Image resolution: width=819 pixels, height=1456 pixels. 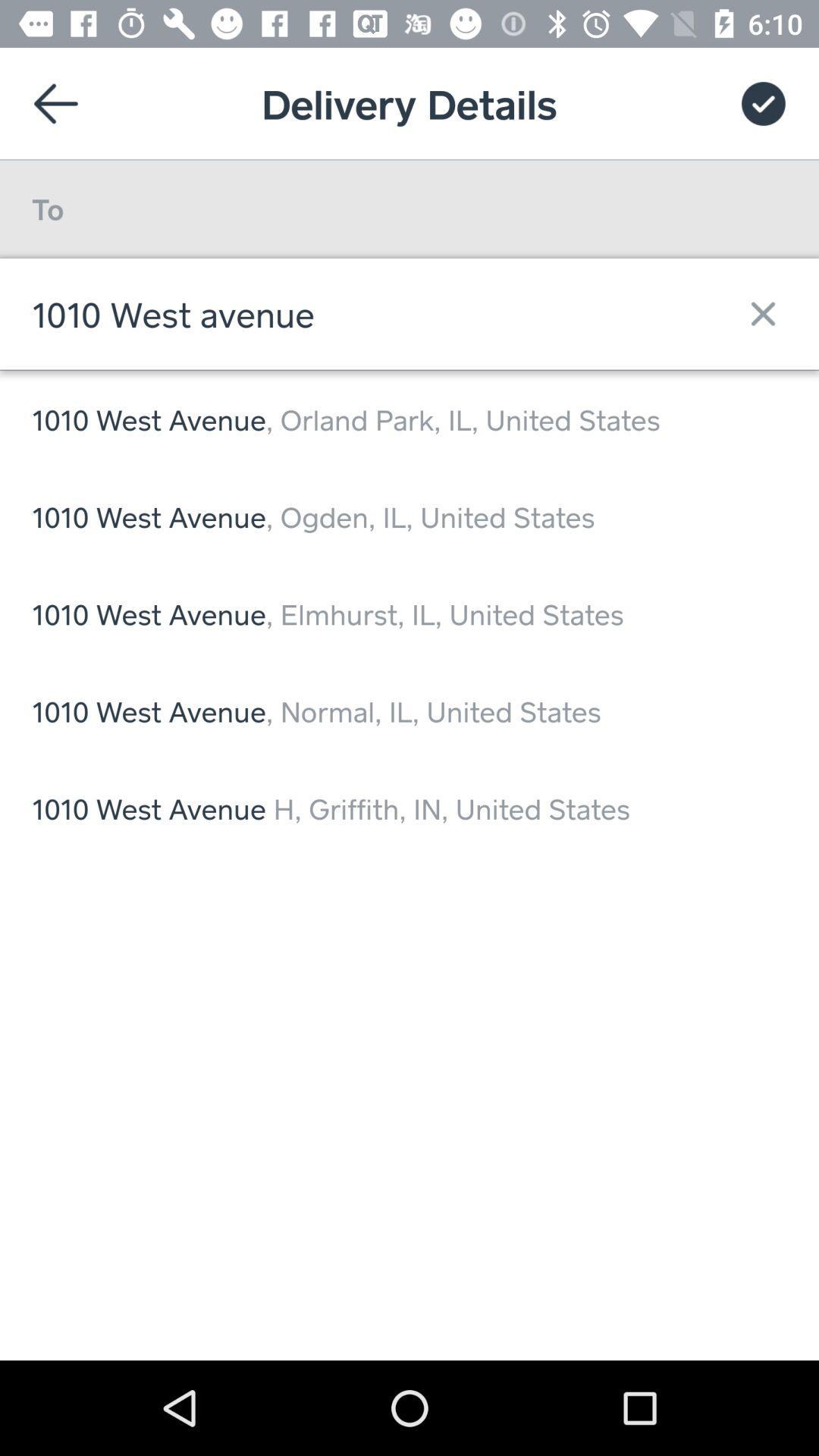 I want to click on the close icon, so click(x=755, y=312).